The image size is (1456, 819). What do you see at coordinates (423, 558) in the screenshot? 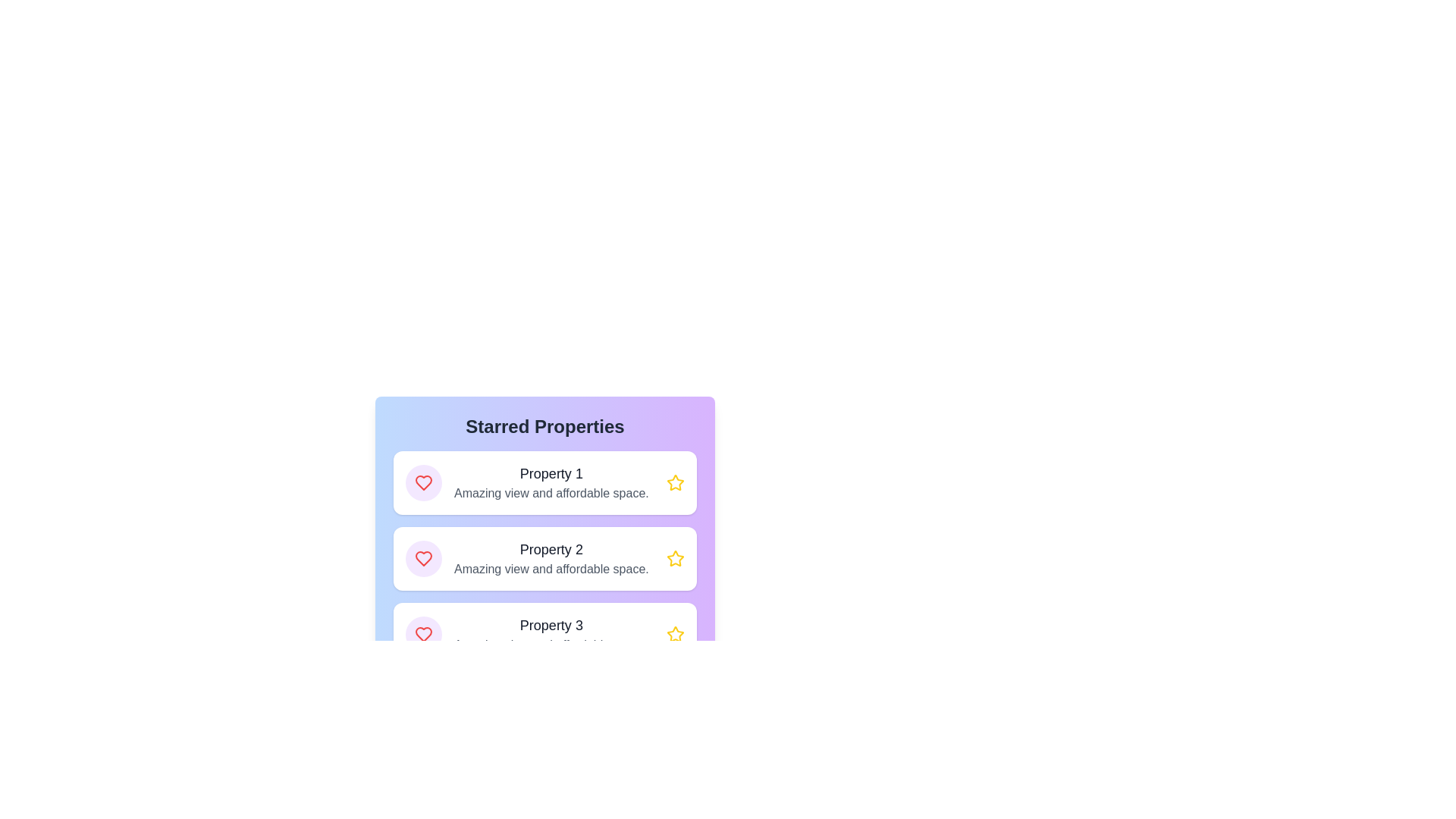
I see `the heart icon representing the 'favorite' or 'like' action, which is located in the second row of the list, inside the purple circular background next to the text 'Property 2'` at bounding box center [423, 558].